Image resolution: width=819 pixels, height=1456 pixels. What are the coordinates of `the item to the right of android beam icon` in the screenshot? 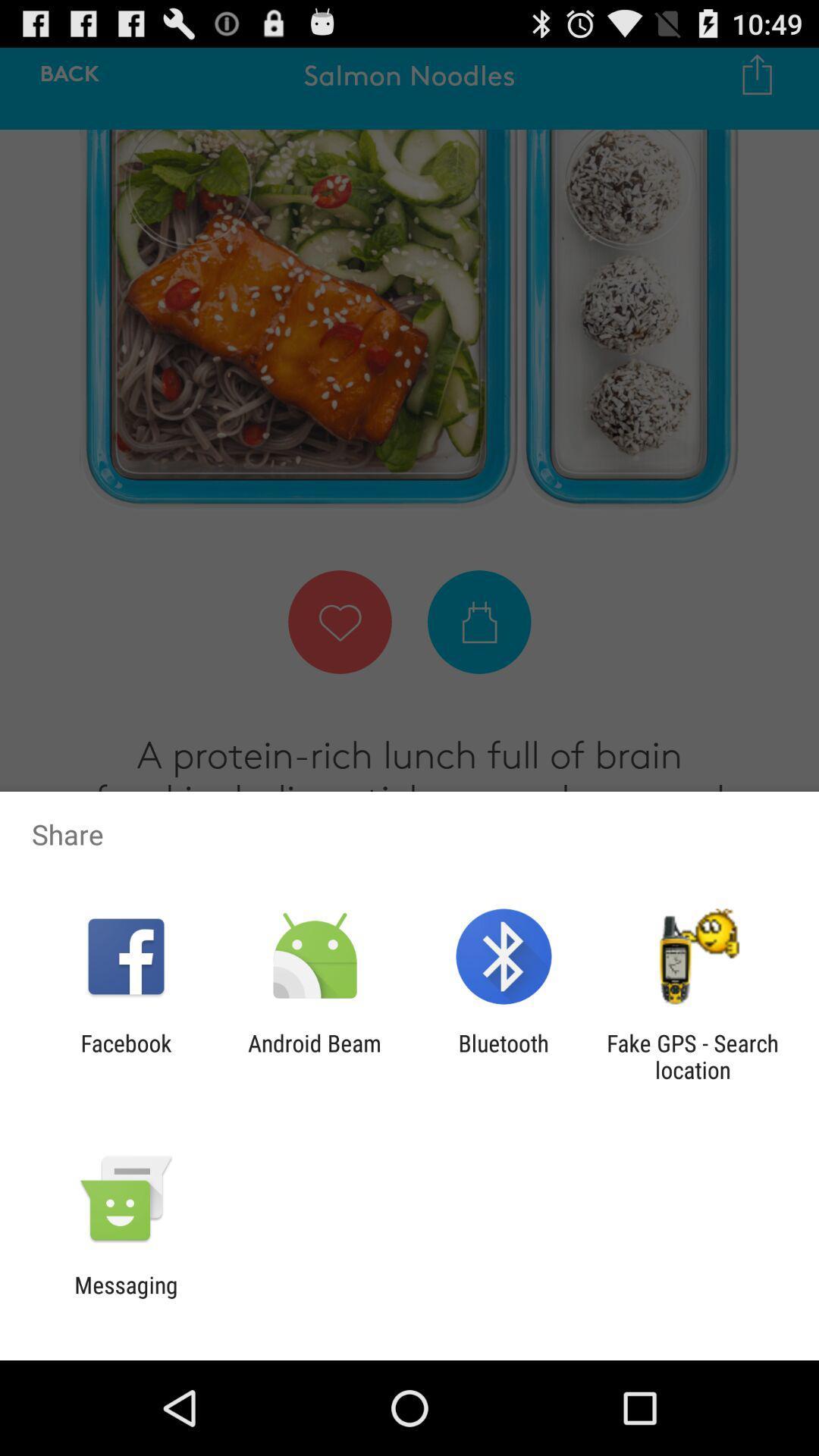 It's located at (504, 1056).